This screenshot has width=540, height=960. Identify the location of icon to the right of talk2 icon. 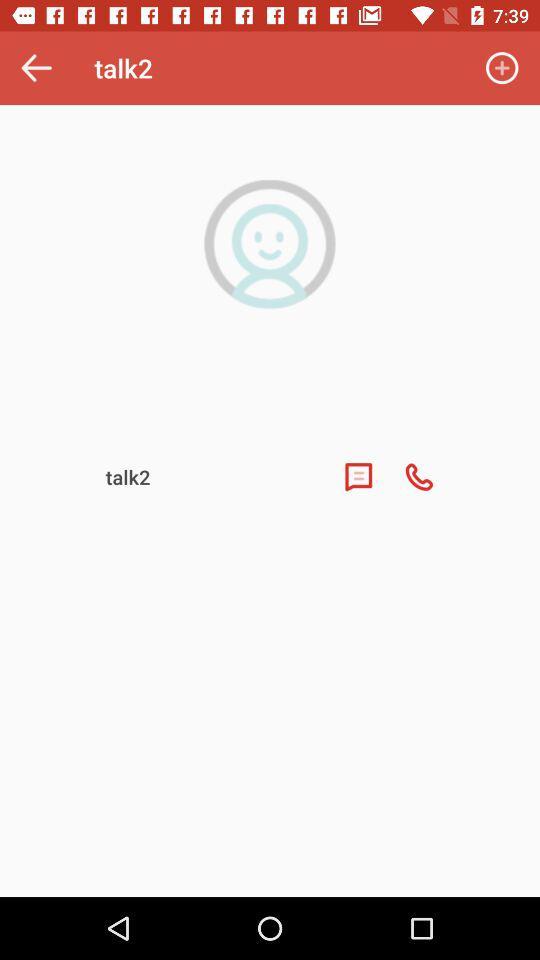
(501, 68).